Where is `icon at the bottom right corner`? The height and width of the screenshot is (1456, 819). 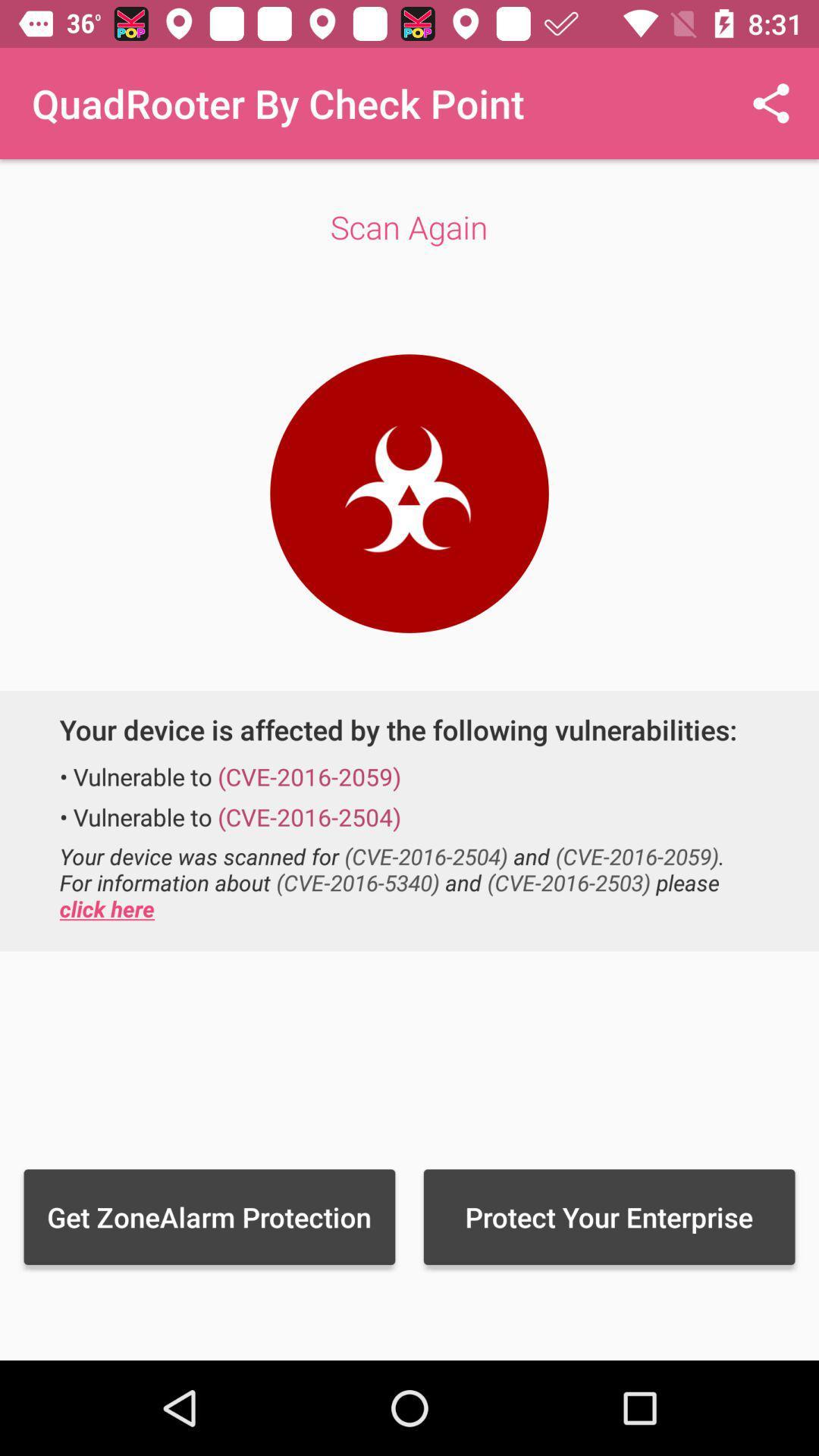
icon at the bottom right corner is located at coordinates (608, 1216).